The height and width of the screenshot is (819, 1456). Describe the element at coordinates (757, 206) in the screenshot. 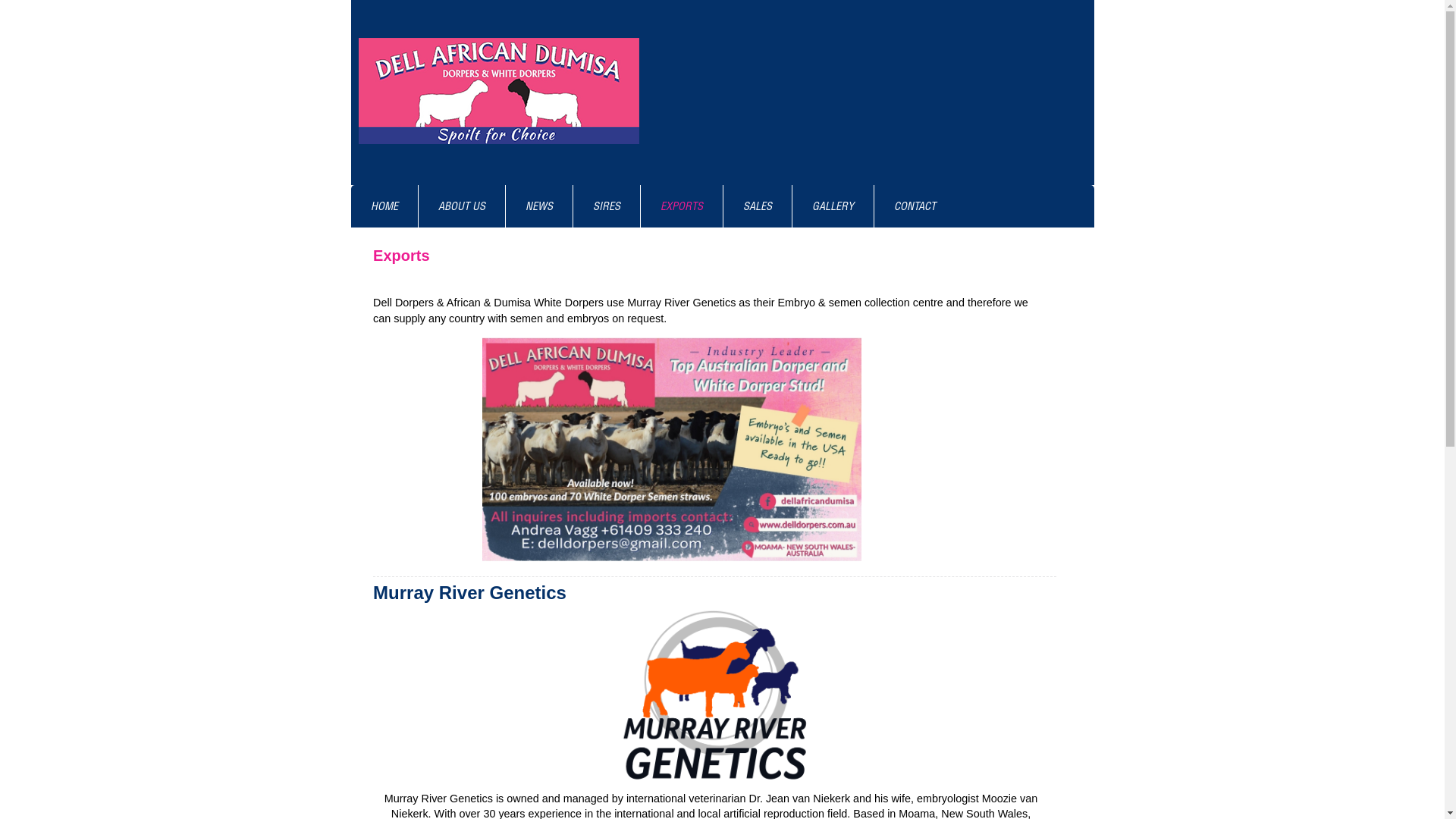

I see `'SALES'` at that location.